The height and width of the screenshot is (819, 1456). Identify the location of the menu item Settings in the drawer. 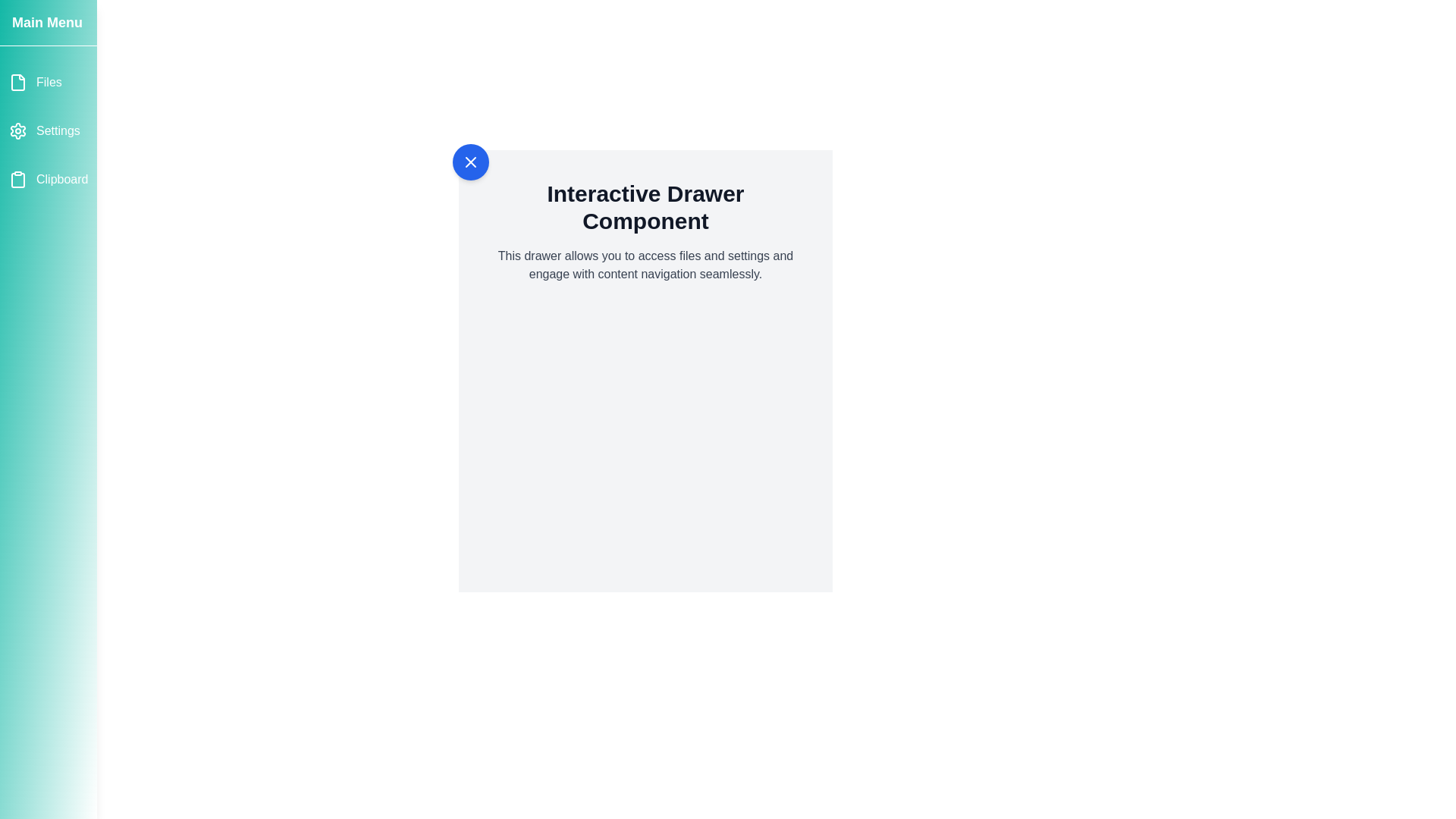
(48, 130).